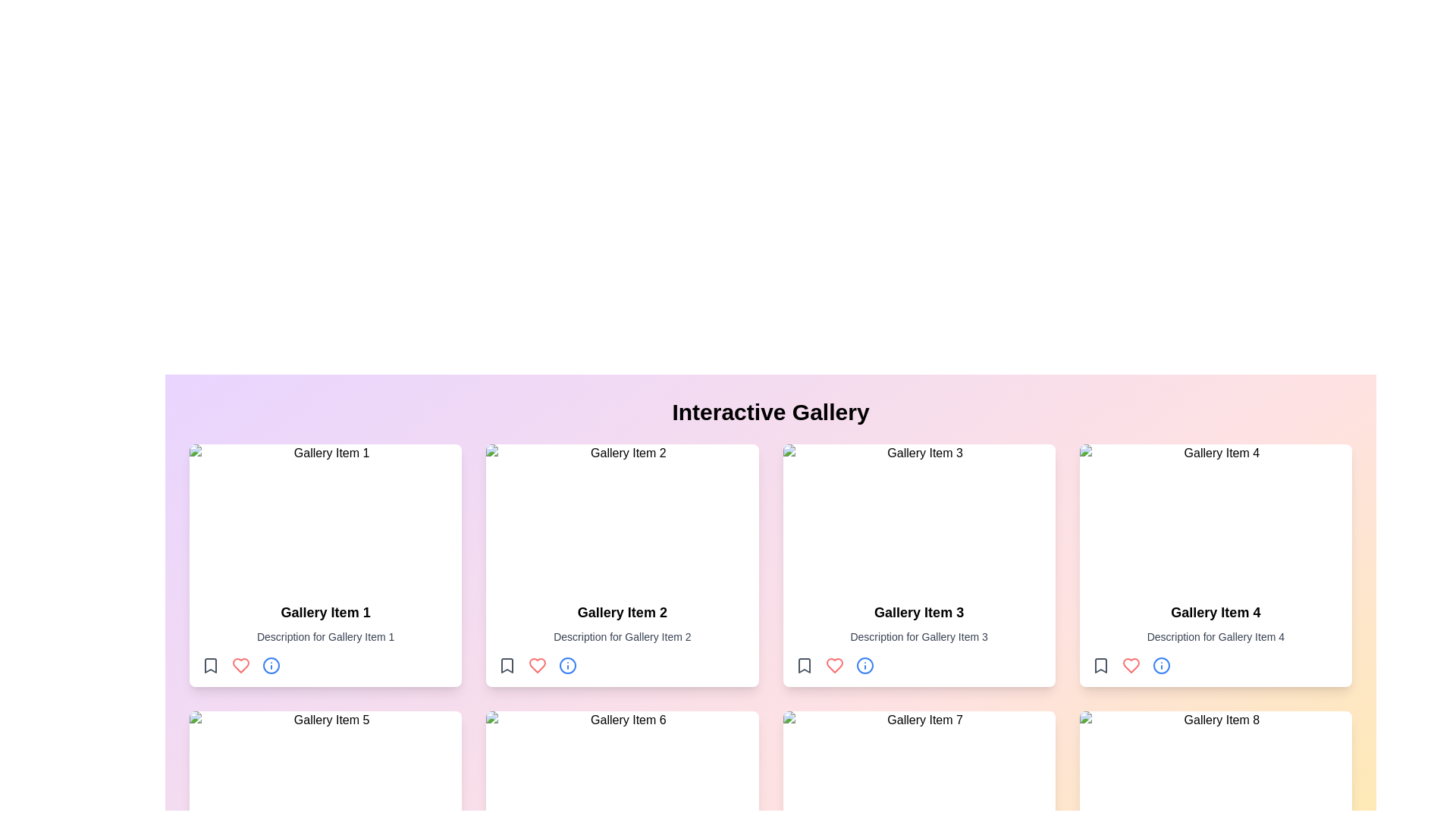 This screenshot has height=819, width=1456. I want to click on the modern outline bookmark icon below 'Gallery Item 4', so click(1100, 665).